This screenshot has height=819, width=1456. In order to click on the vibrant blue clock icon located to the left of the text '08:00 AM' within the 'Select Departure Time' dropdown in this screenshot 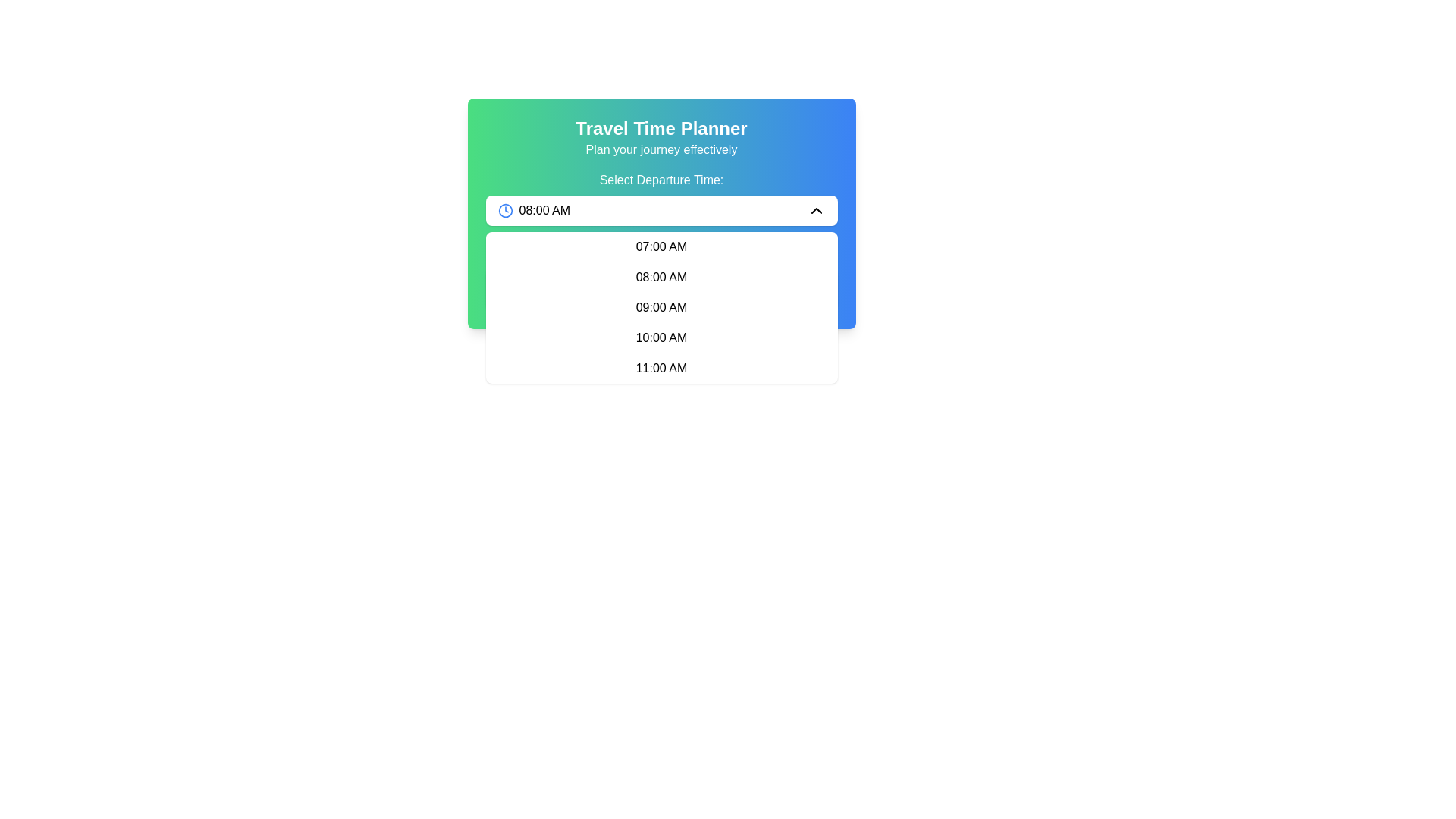, I will do `click(505, 210)`.